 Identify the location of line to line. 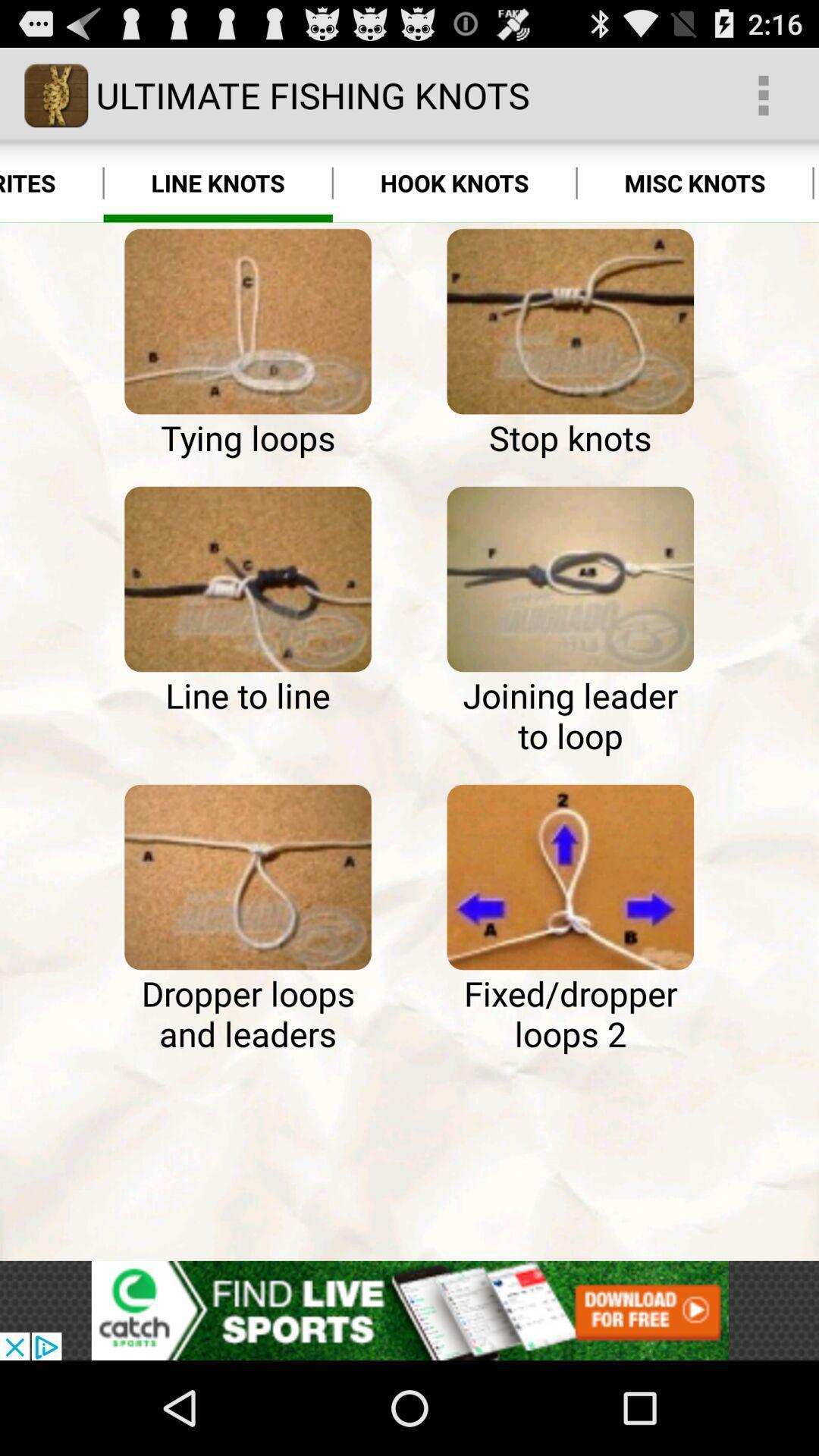
(247, 578).